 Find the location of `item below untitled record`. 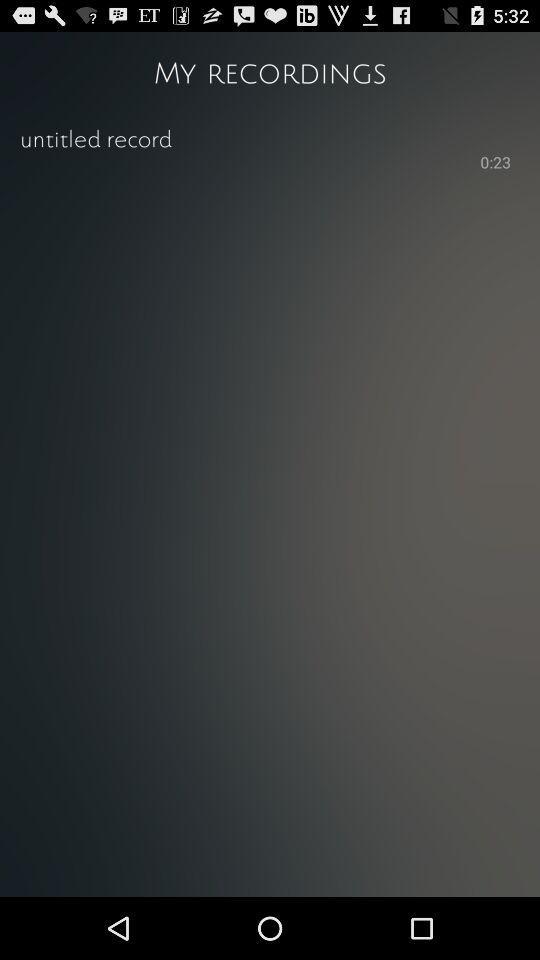

item below untitled record is located at coordinates (248, 160).